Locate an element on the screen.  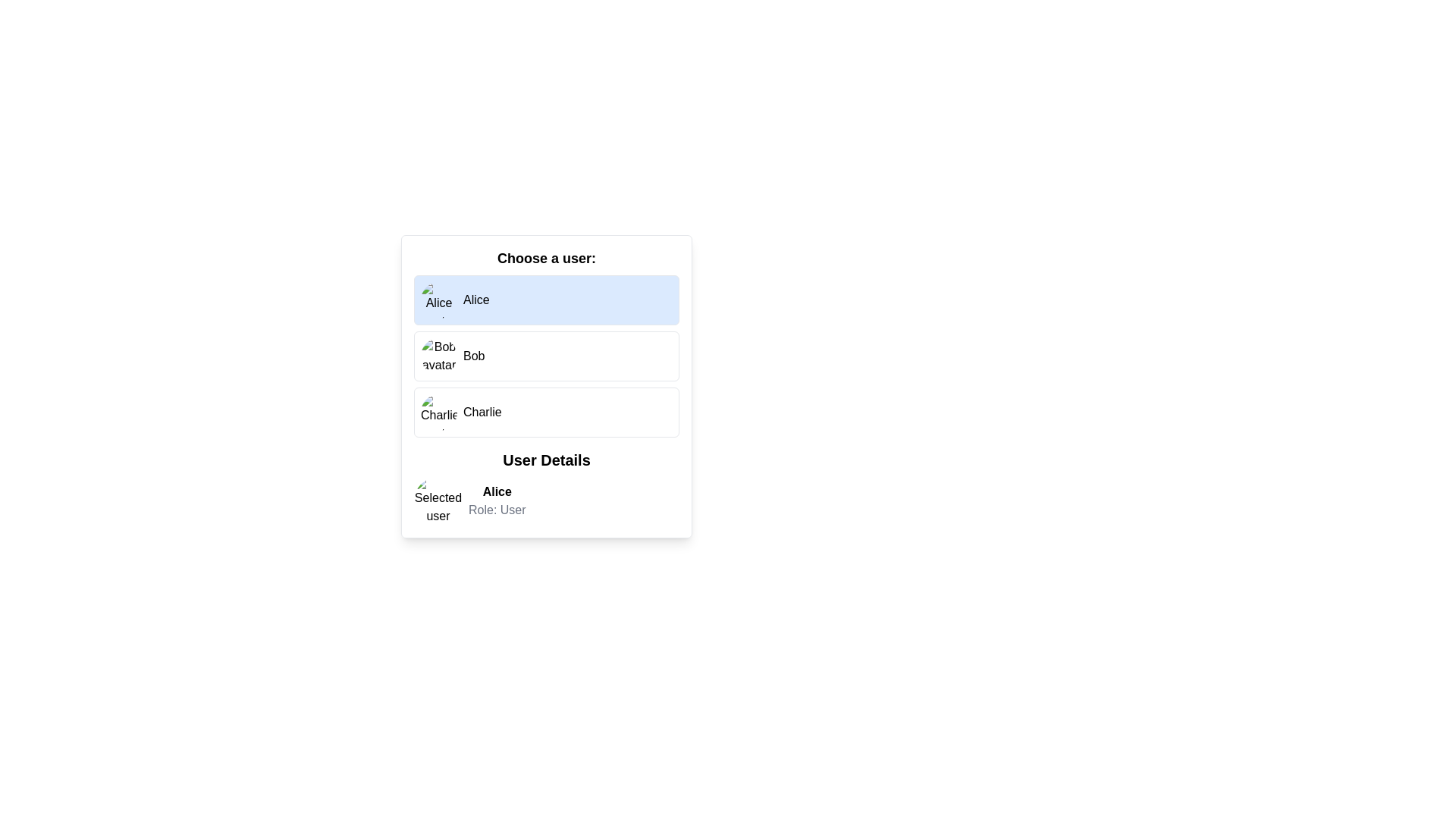
the text label displaying 'Alice' which is located within the 'Choose a user' section, aligned with an avatar image on its left is located at coordinates (475, 300).